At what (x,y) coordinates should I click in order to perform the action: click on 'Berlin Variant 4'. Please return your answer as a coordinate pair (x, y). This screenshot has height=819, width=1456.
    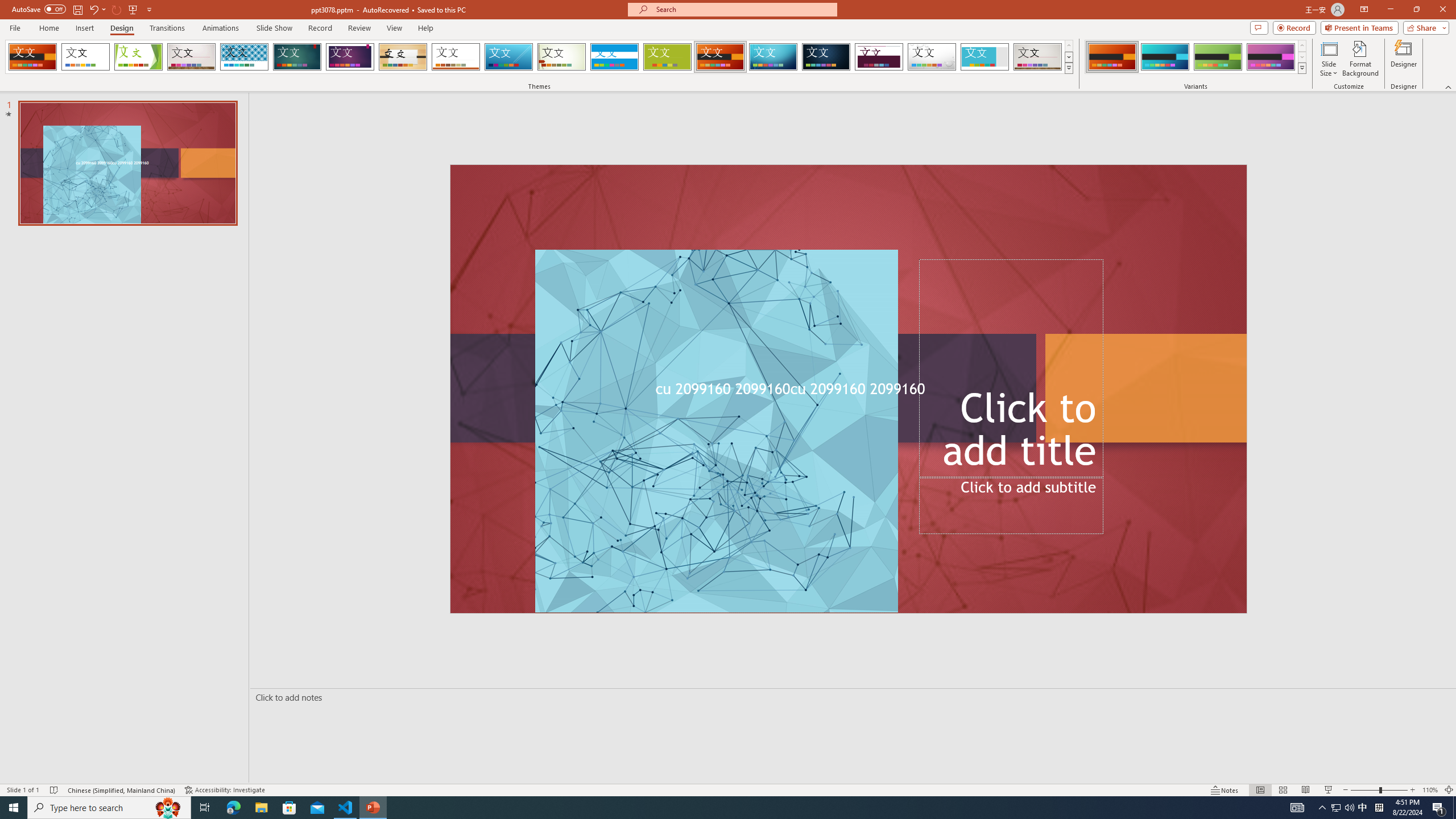
    Looking at the image, I should click on (1270, 56).